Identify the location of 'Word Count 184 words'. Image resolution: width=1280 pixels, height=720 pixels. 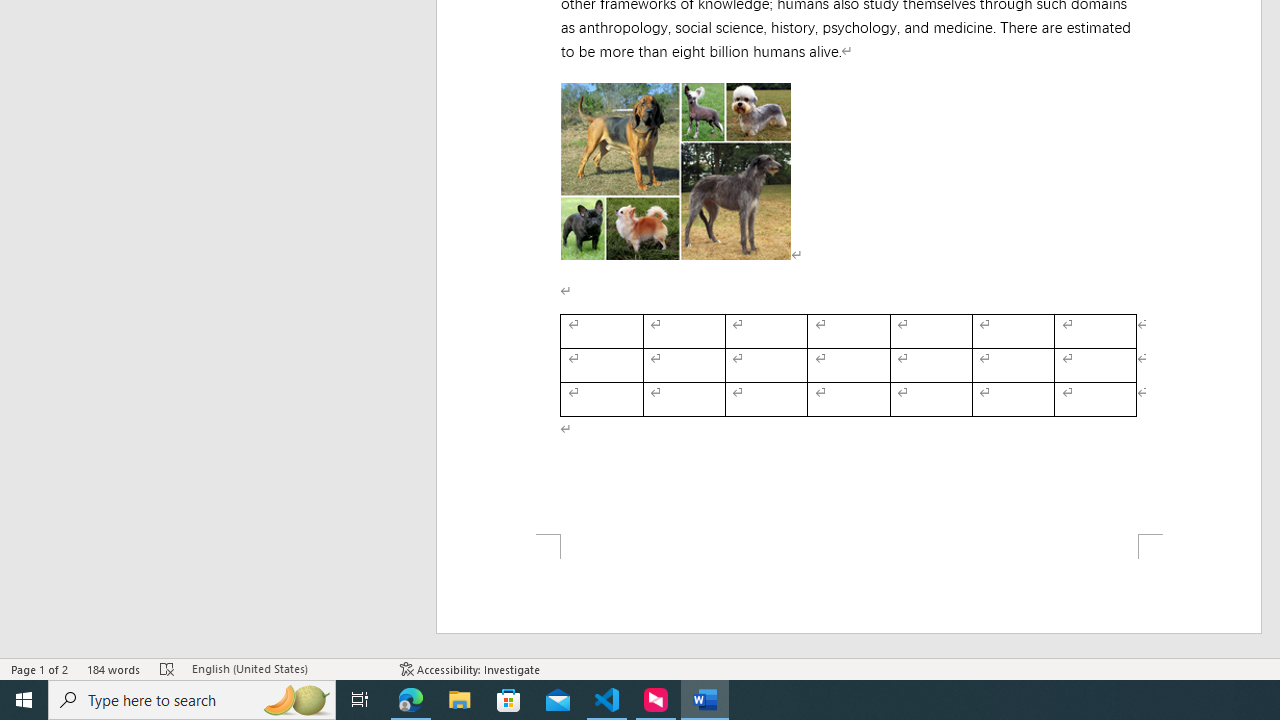
(112, 669).